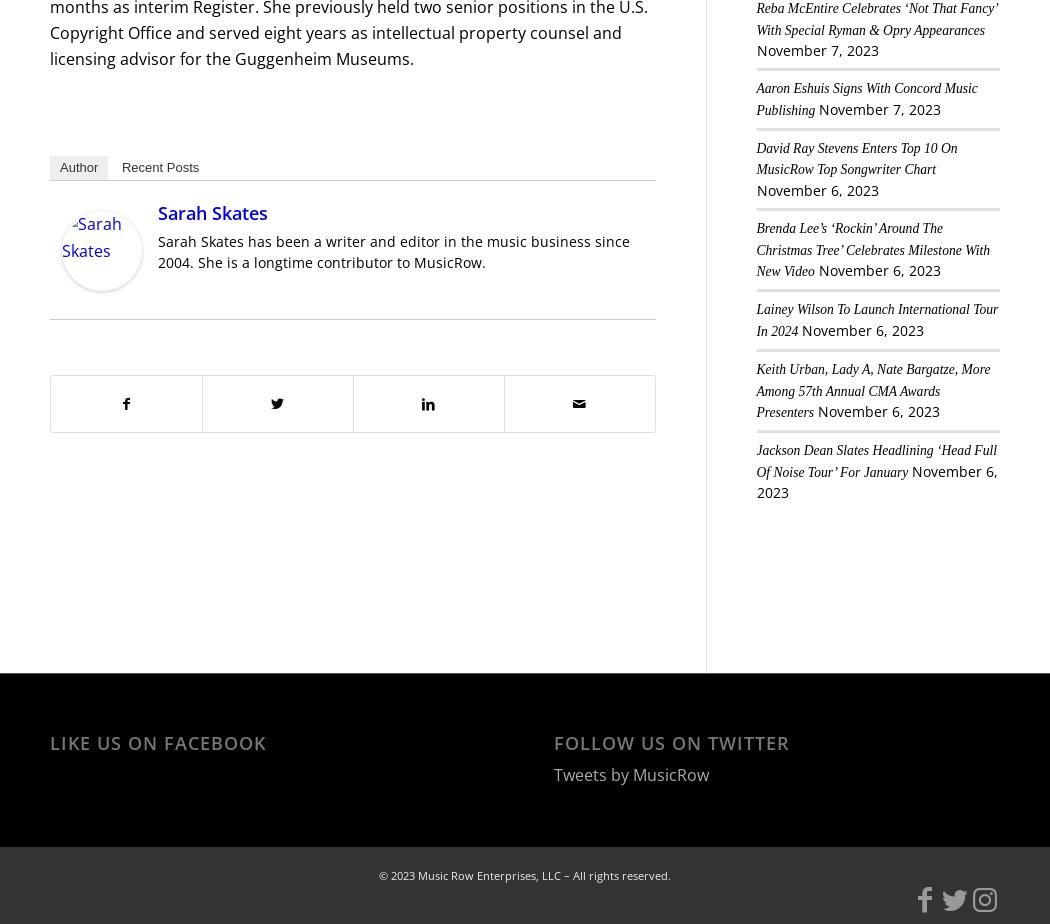 This screenshot has height=924, width=1050. I want to click on 'Brenda Lee’s ‘Rockin’ Around The Christmas Tree’ Celebrates Milestone With New Video', so click(871, 250).